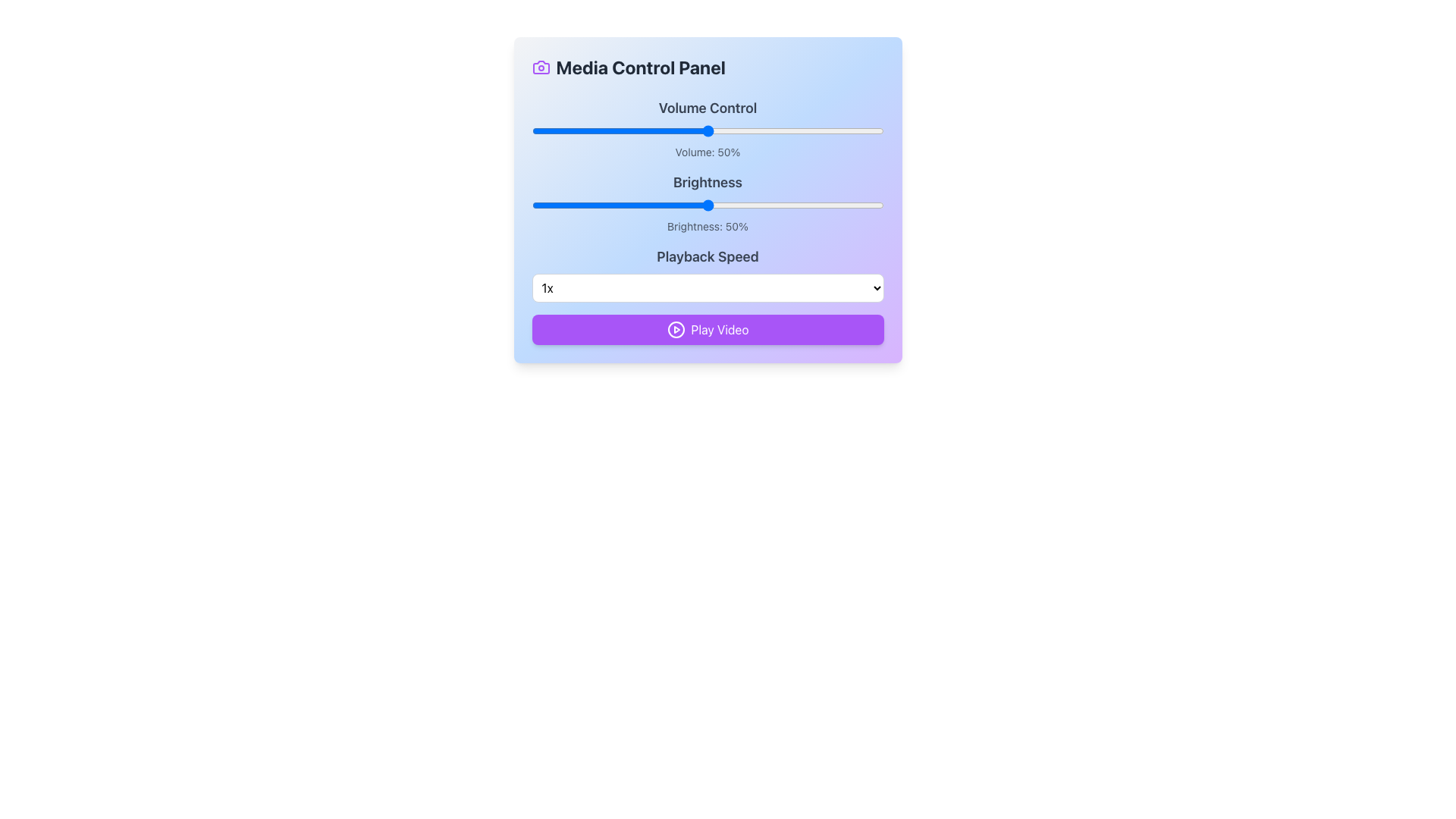  Describe the element at coordinates (736, 205) in the screenshot. I see `brightness` at that location.